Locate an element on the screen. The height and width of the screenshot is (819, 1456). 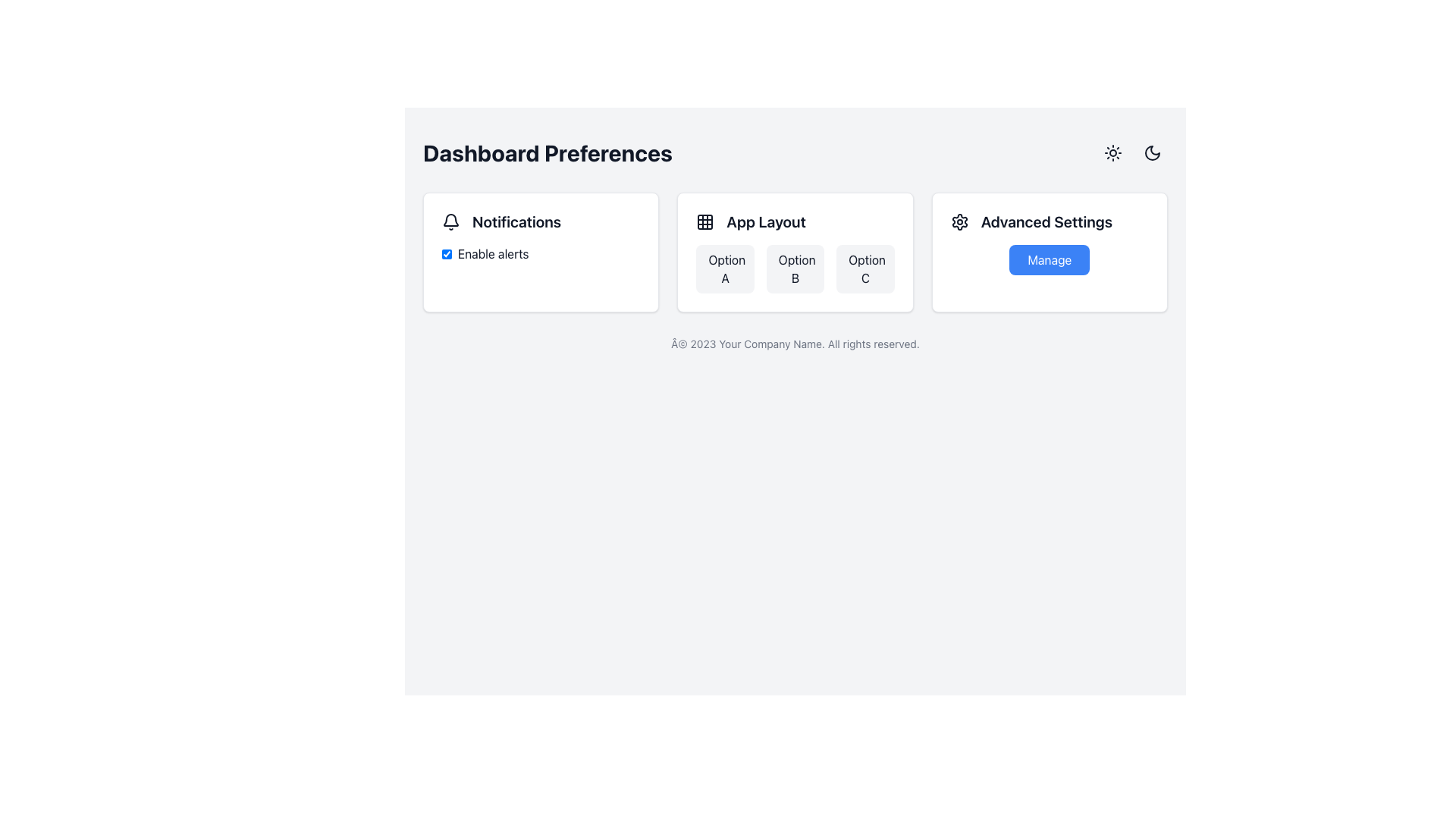
the static text label displaying 'Advanced Settings' in bold black font located in the top-right card of the main interface grid is located at coordinates (1046, 222).